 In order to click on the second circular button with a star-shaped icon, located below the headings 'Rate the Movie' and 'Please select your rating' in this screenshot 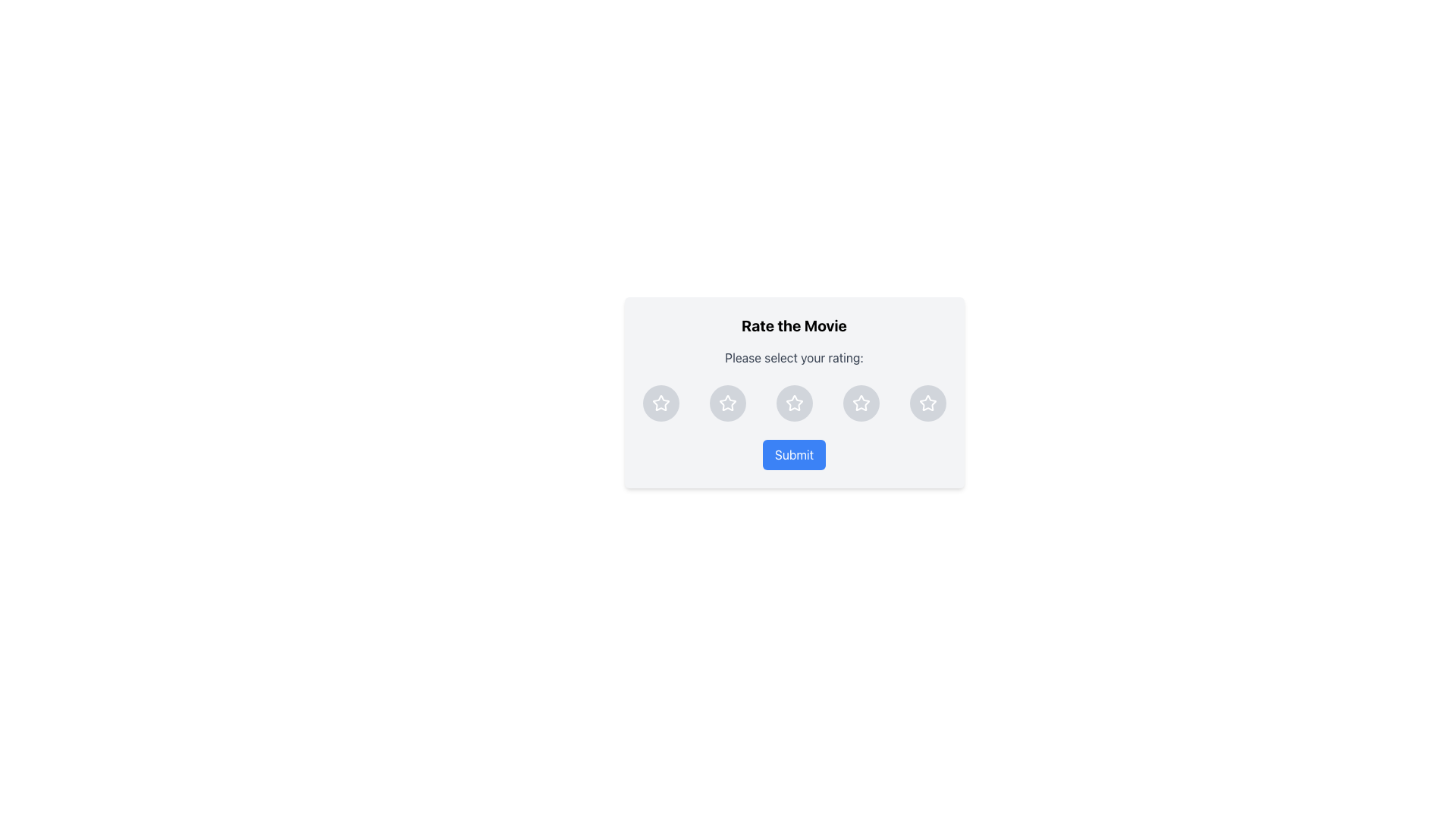, I will do `click(726, 403)`.